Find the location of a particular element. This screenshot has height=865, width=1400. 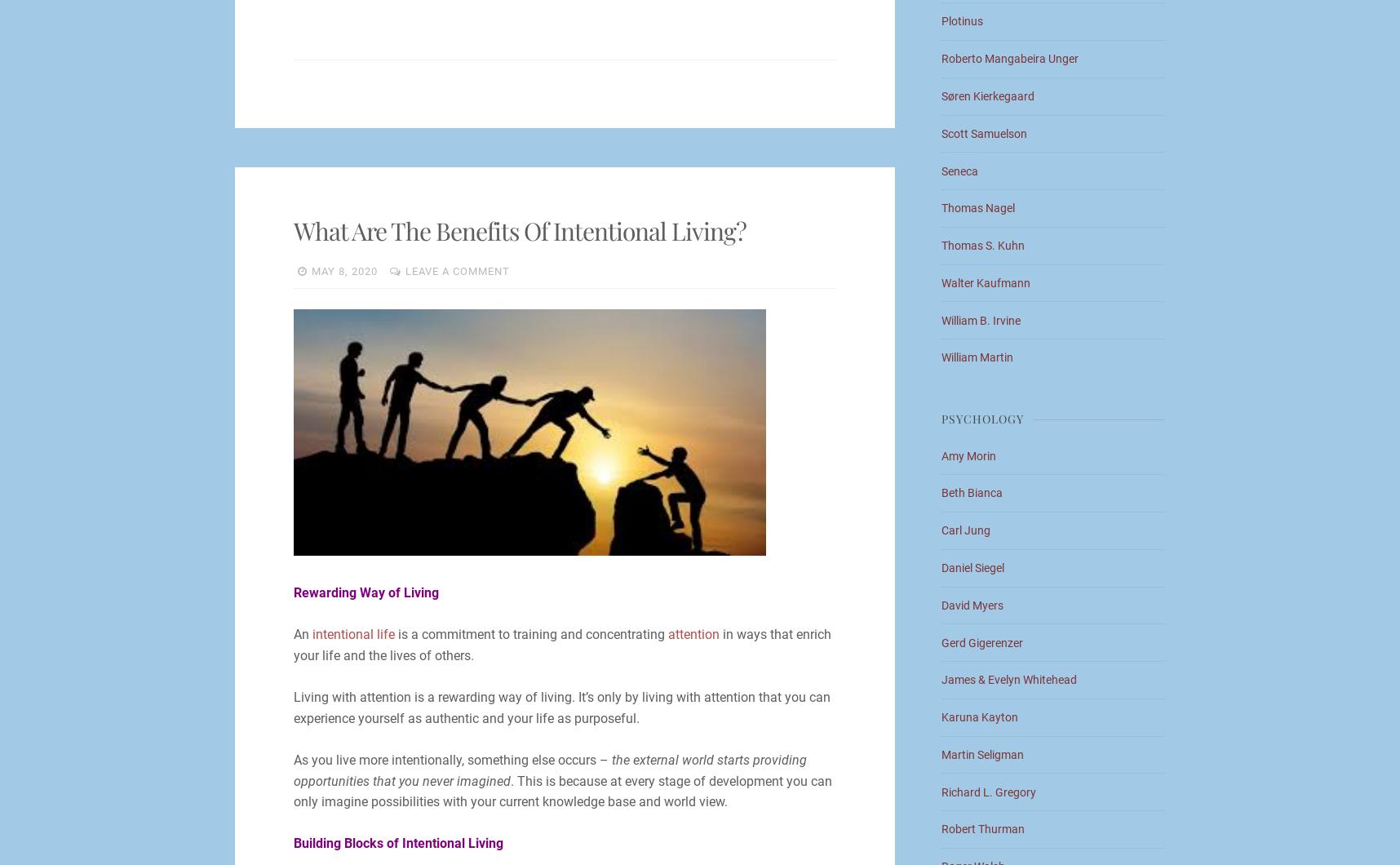

'Karuna Kayton' is located at coordinates (980, 716).